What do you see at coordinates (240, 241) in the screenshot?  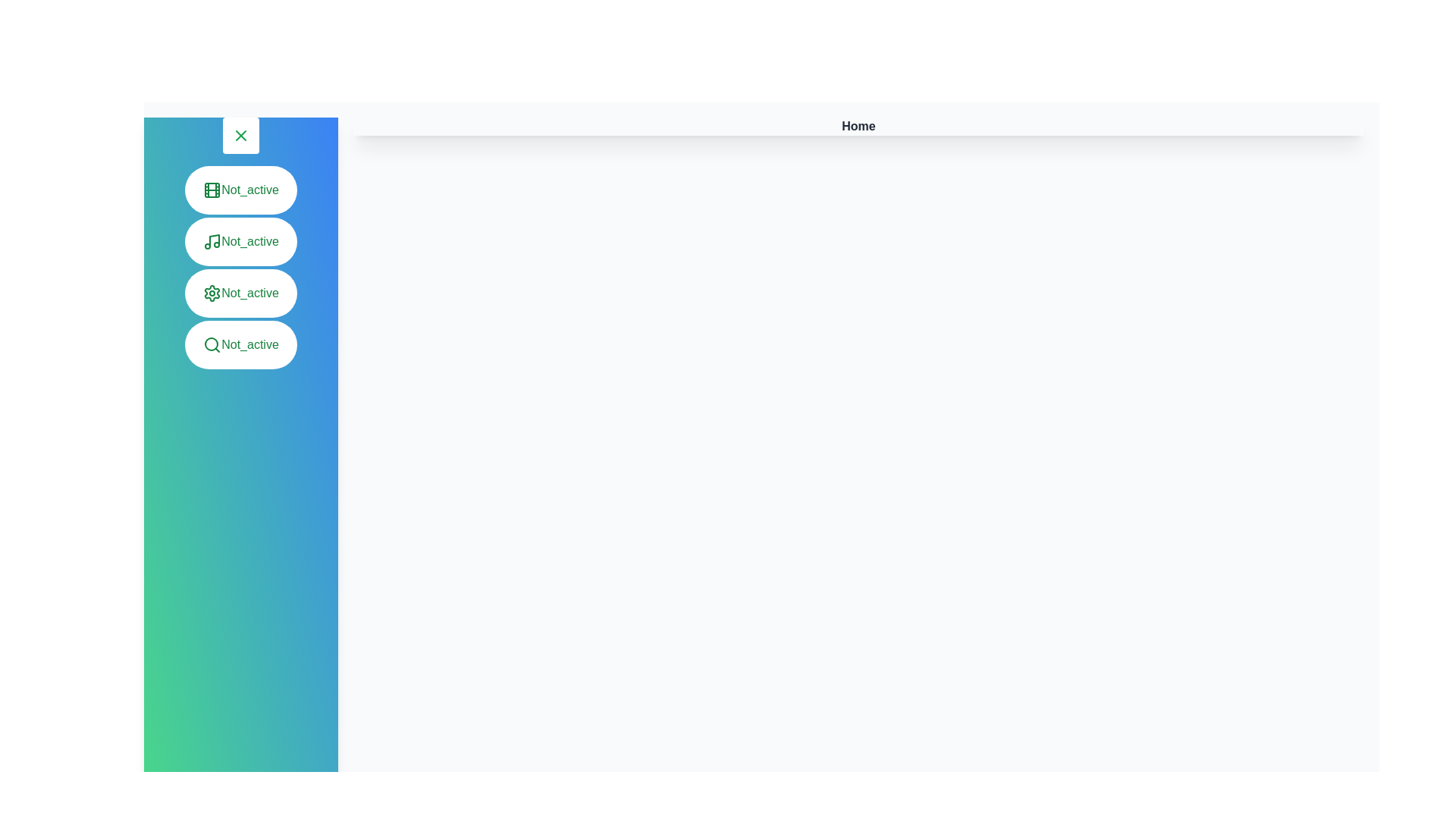 I see `the menu item Music to observe its hover effect` at bounding box center [240, 241].